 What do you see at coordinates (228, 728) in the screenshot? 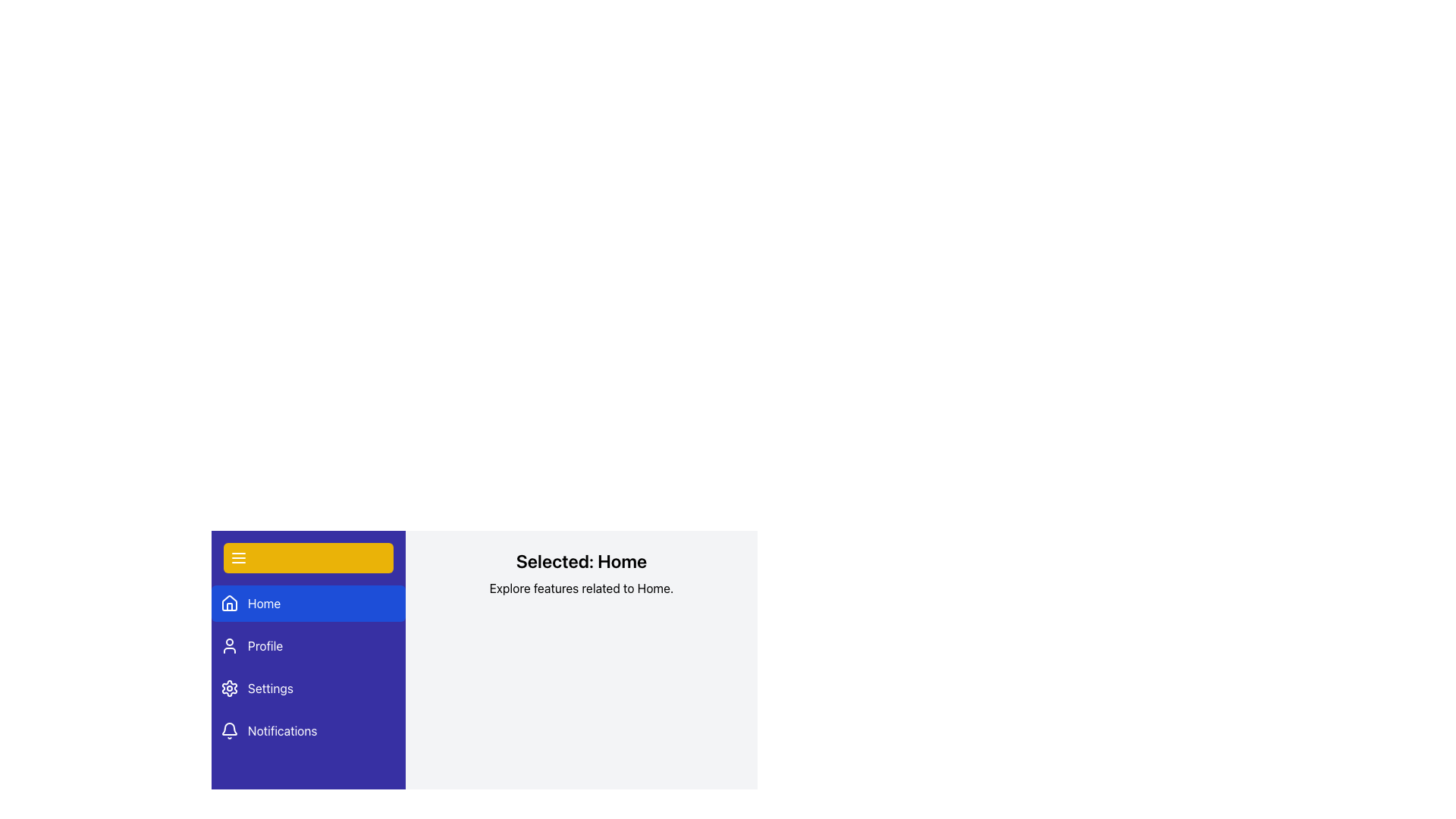
I see `the bell-shaped notification icon located in the left-side navigation bar under the 'Notifications' menu item` at bounding box center [228, 728].